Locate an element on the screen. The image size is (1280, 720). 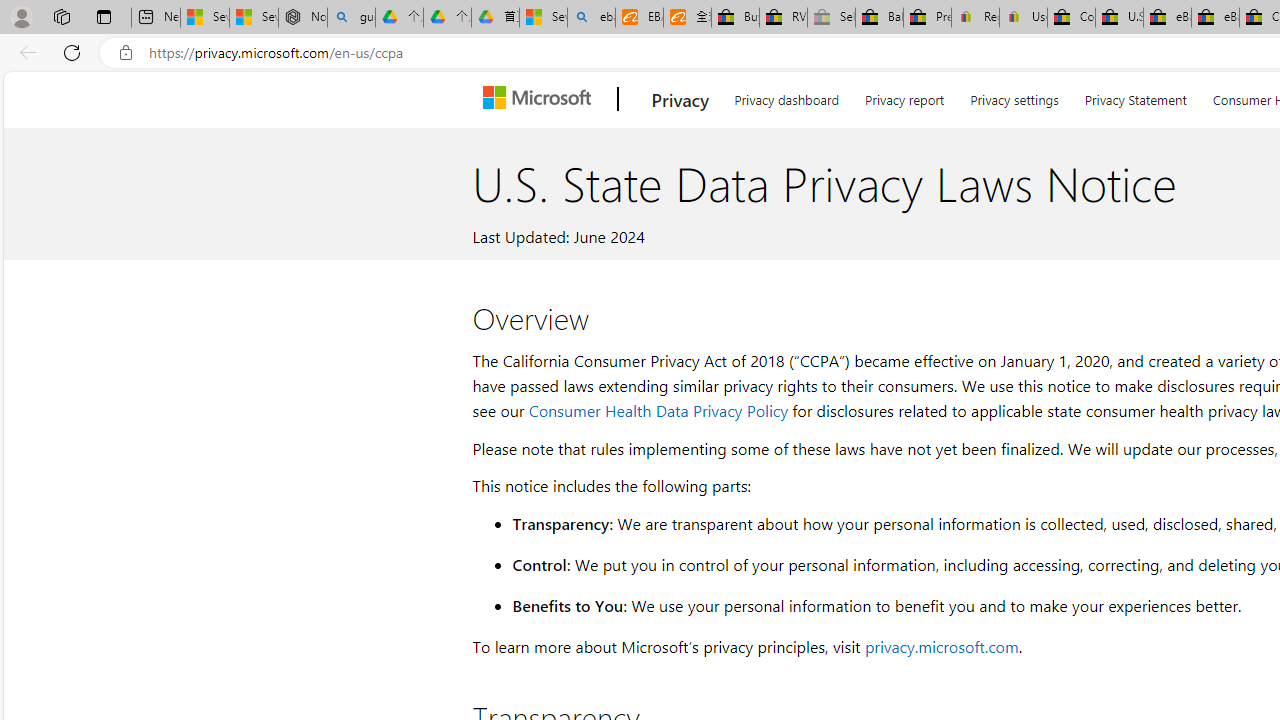
'Privacy' is located at coordinates (680, 99).